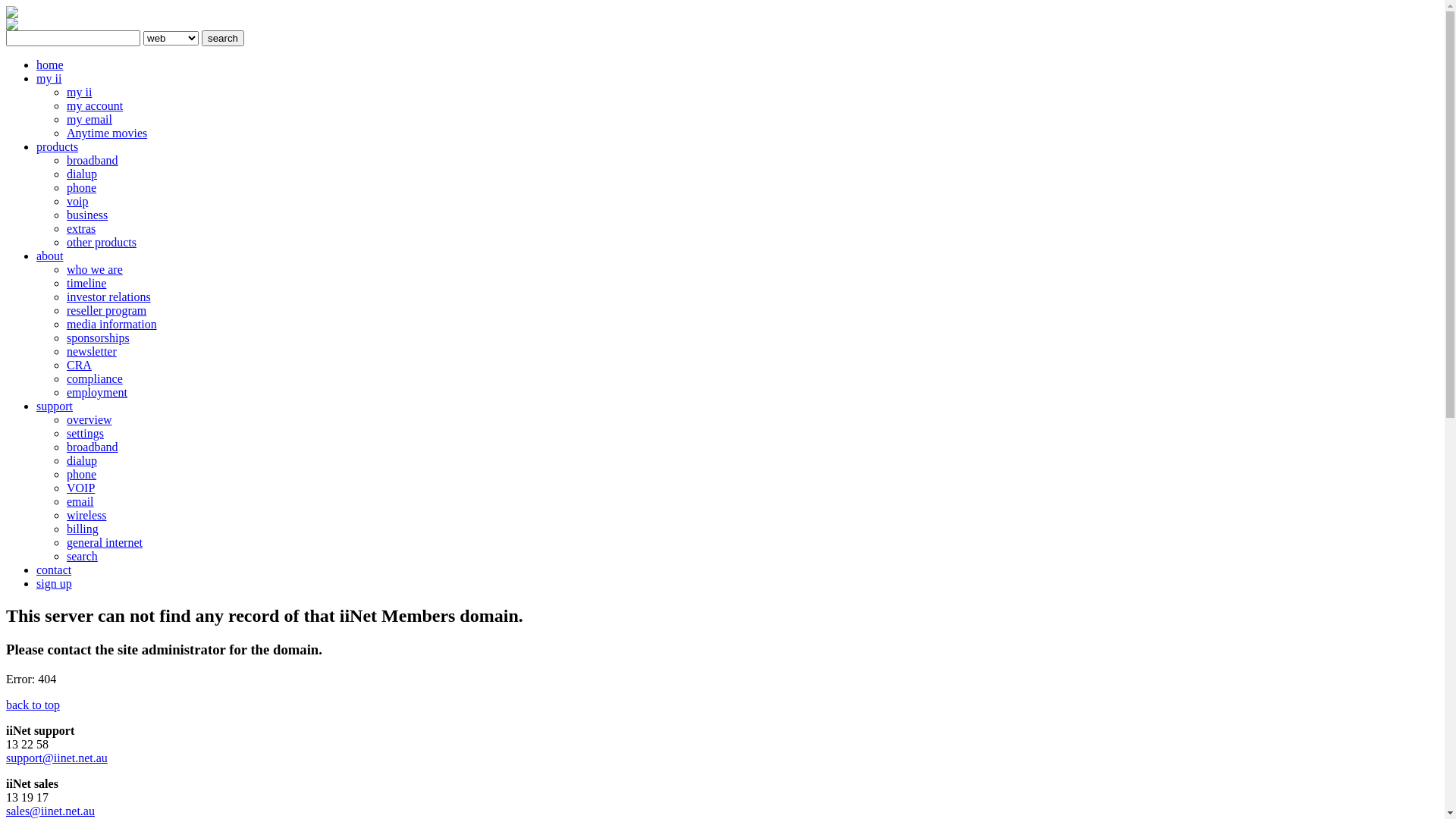 Image resolution: width=1456 pixels, height=819 pixels. I want to click on 'broadband', so click(65, 446).